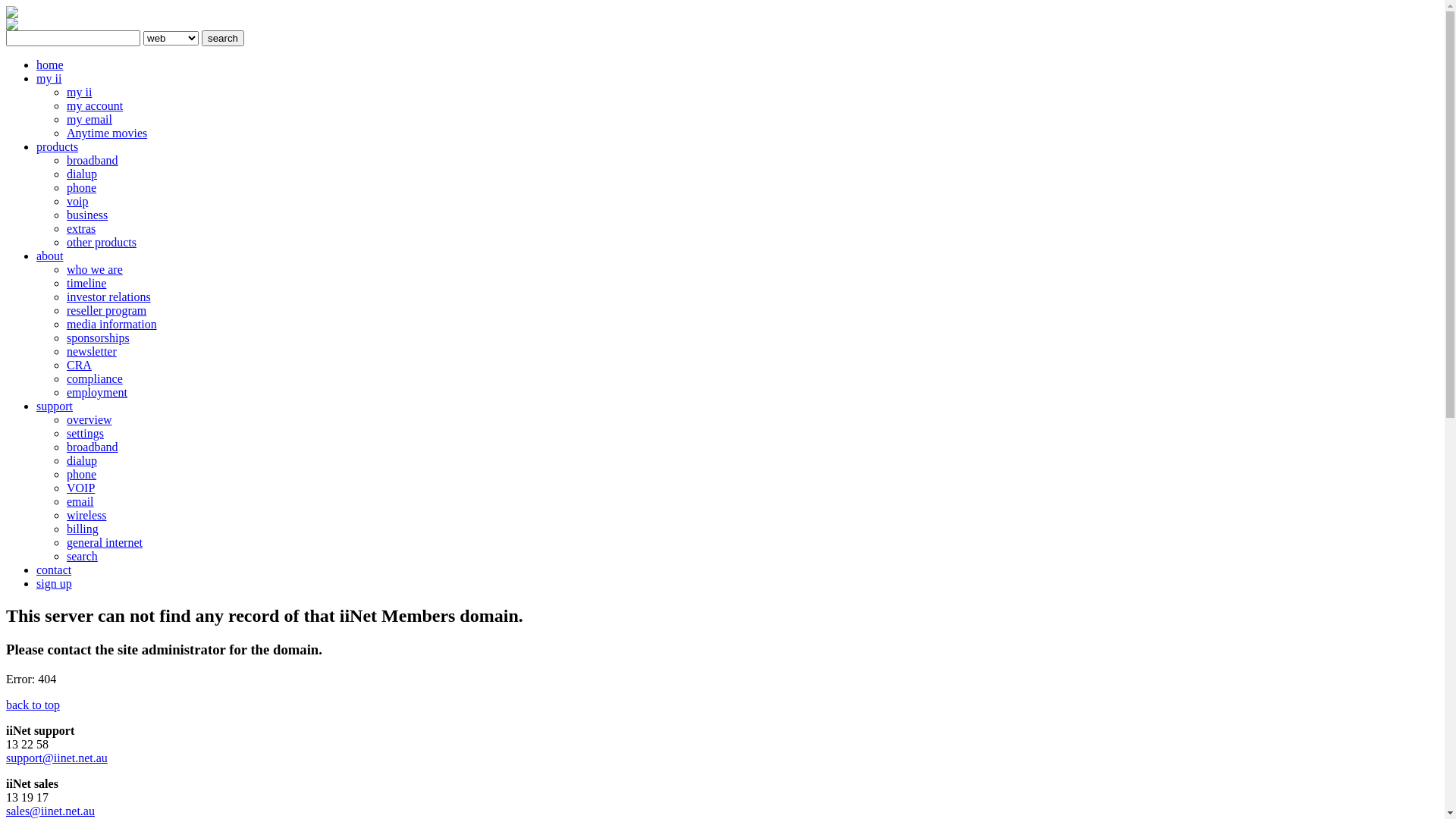 Image resolution: width=1456 pixels, height=819 pixels. I want to click on 'broadband', so click(65, 446).